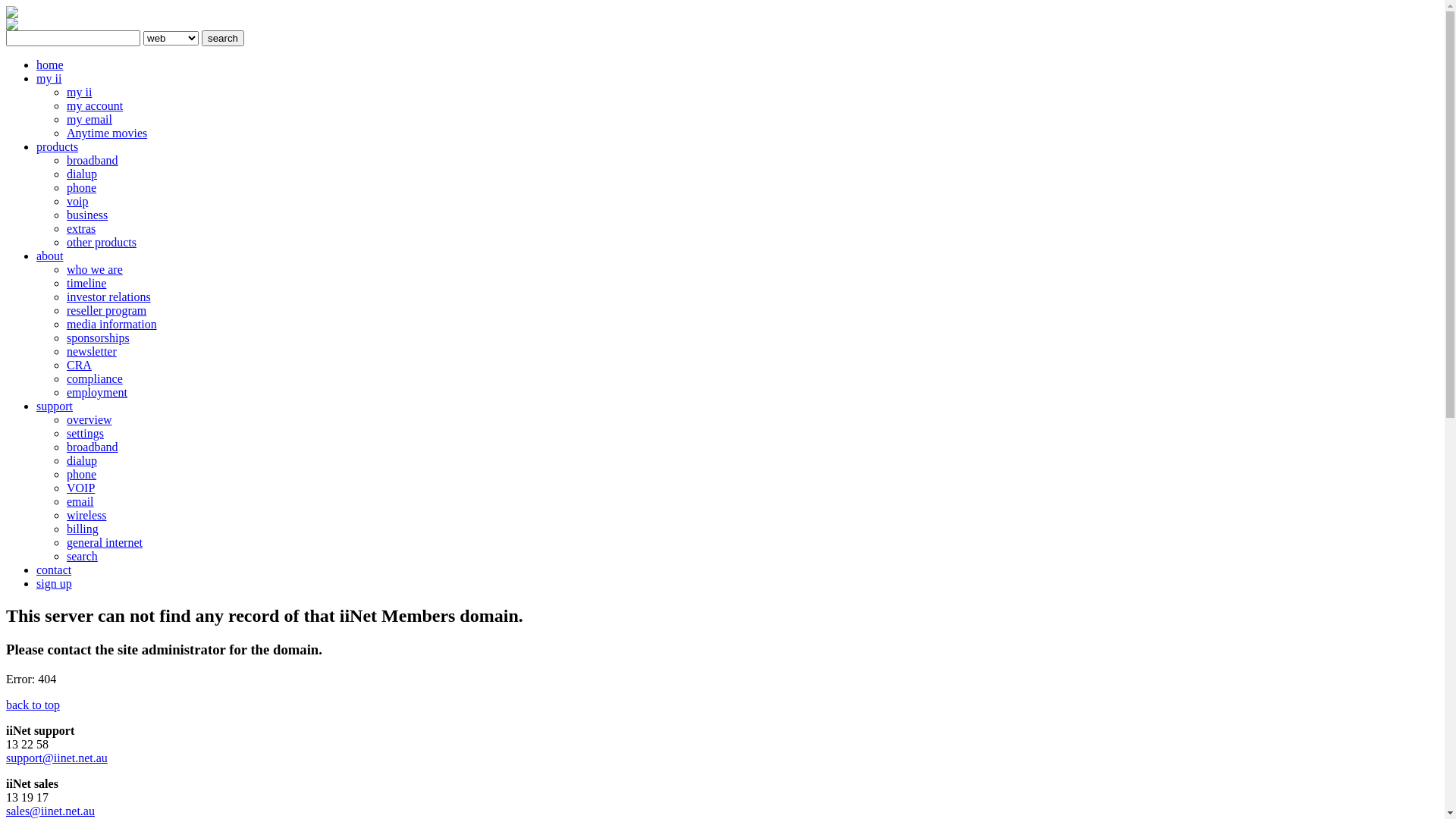 Image resolution: width=1456 pixels, height=819 pixels. I want to click on 'broadband', so click(65, 446).